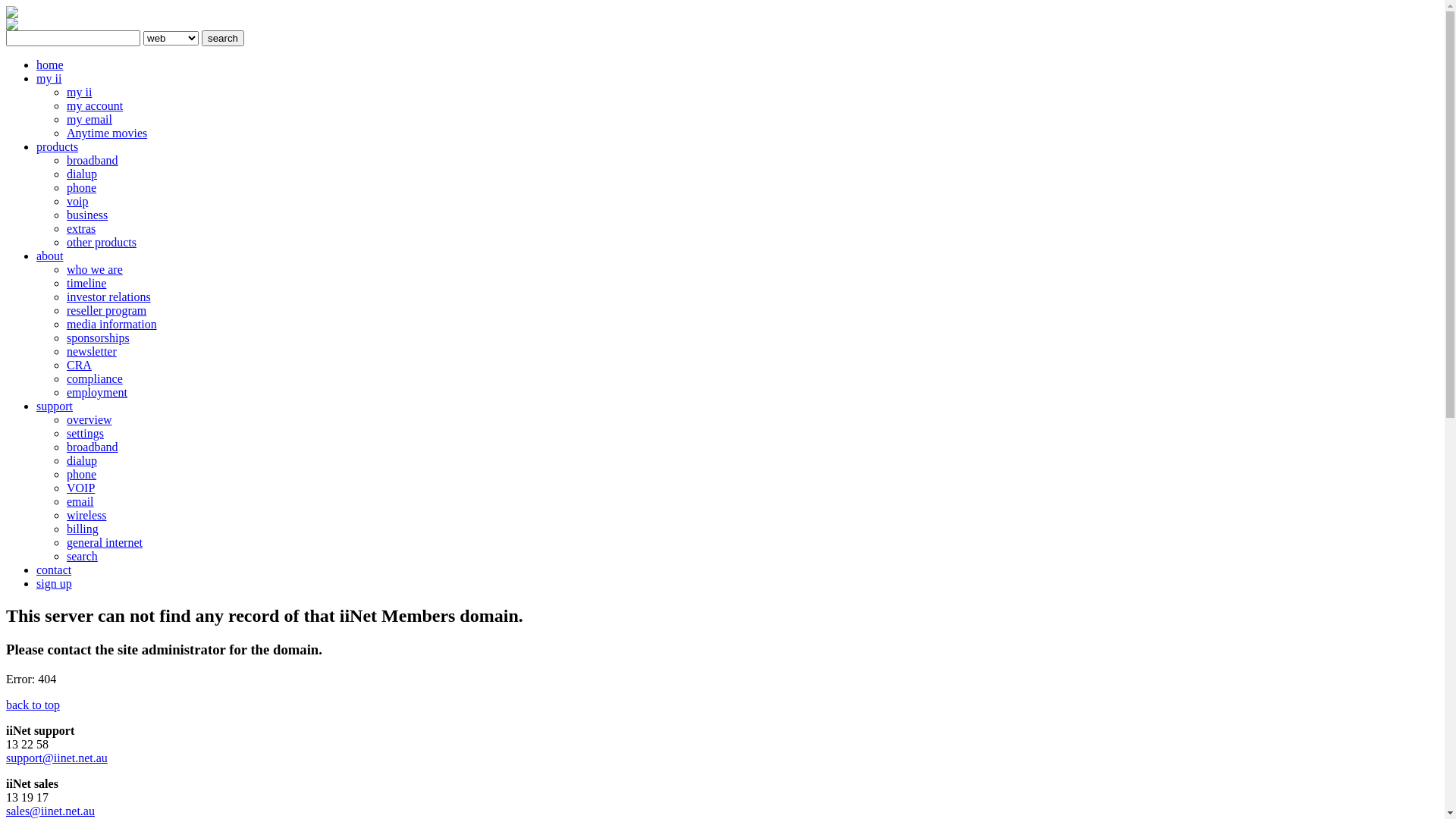 Image resolution: width=1456 pixels, height=819 pixels. I want to click on 'broadband', so click(65, 446).